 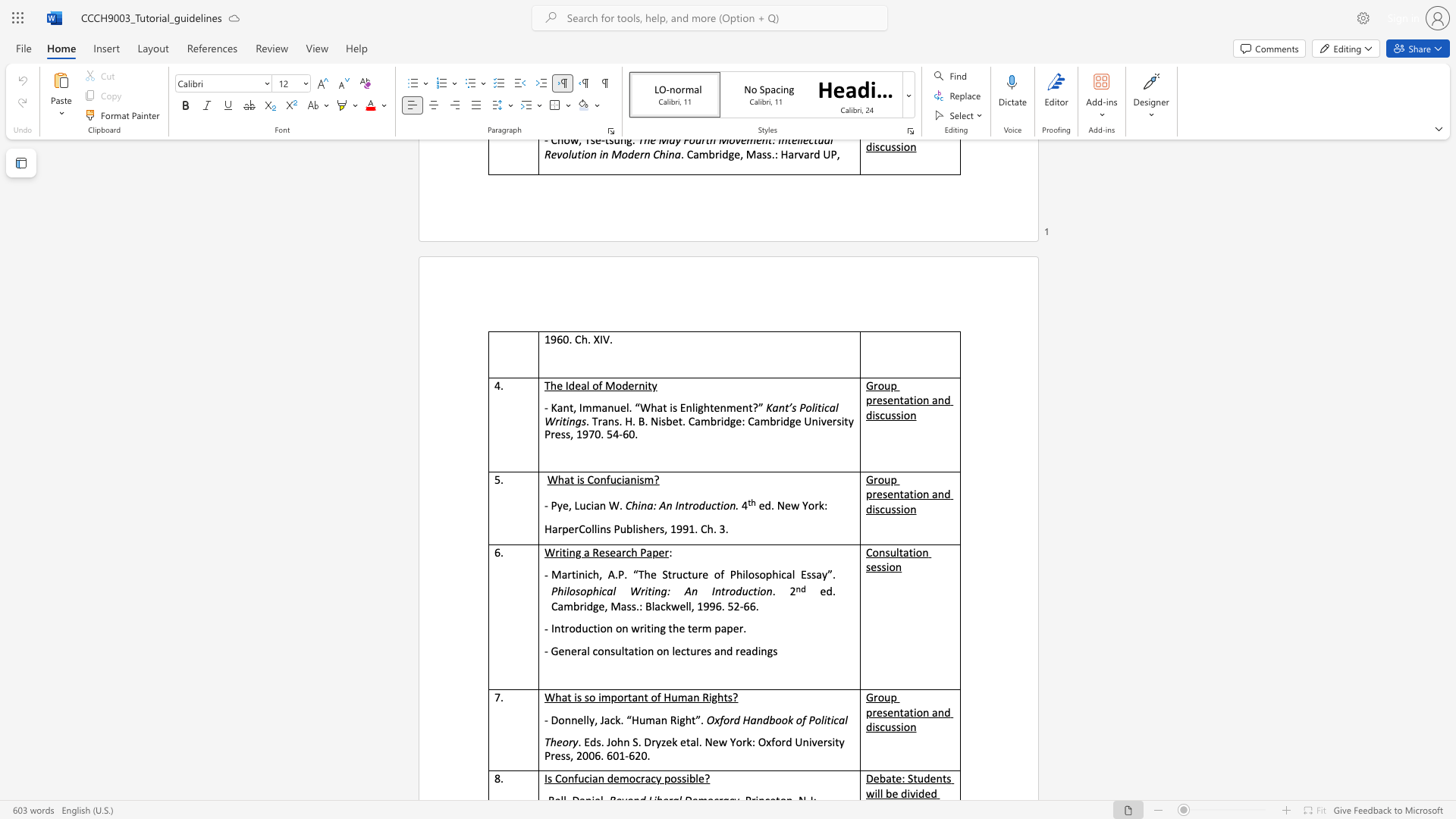 I want to click on the subset text "eadin" within the text "- General consultation on lectures and readings", so click(x=739, y=651).